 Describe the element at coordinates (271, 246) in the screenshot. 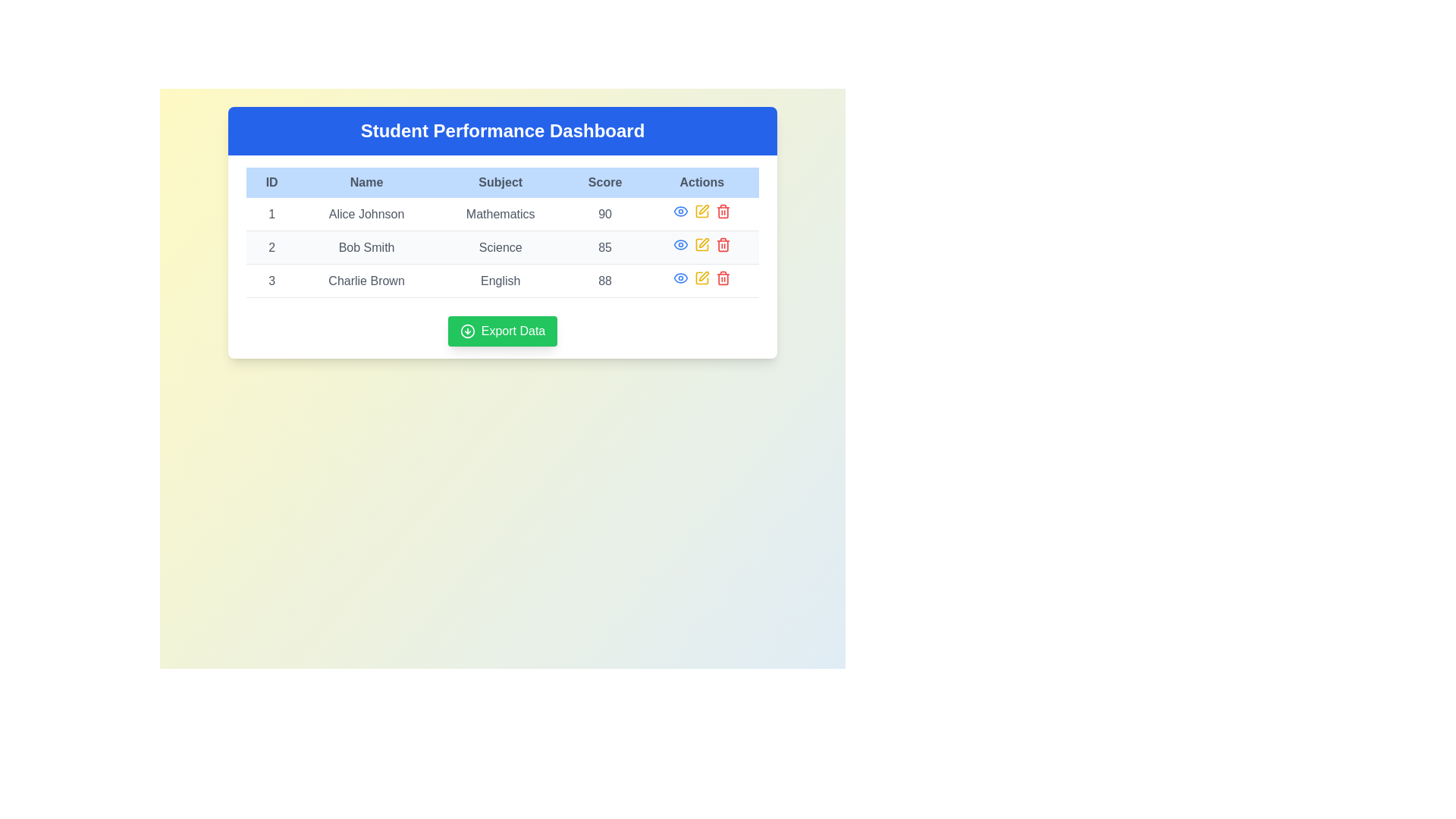

I see `the text field in the second row, first column of the student performance table, located next to 'Bob Smith' and above '3'` at that location.